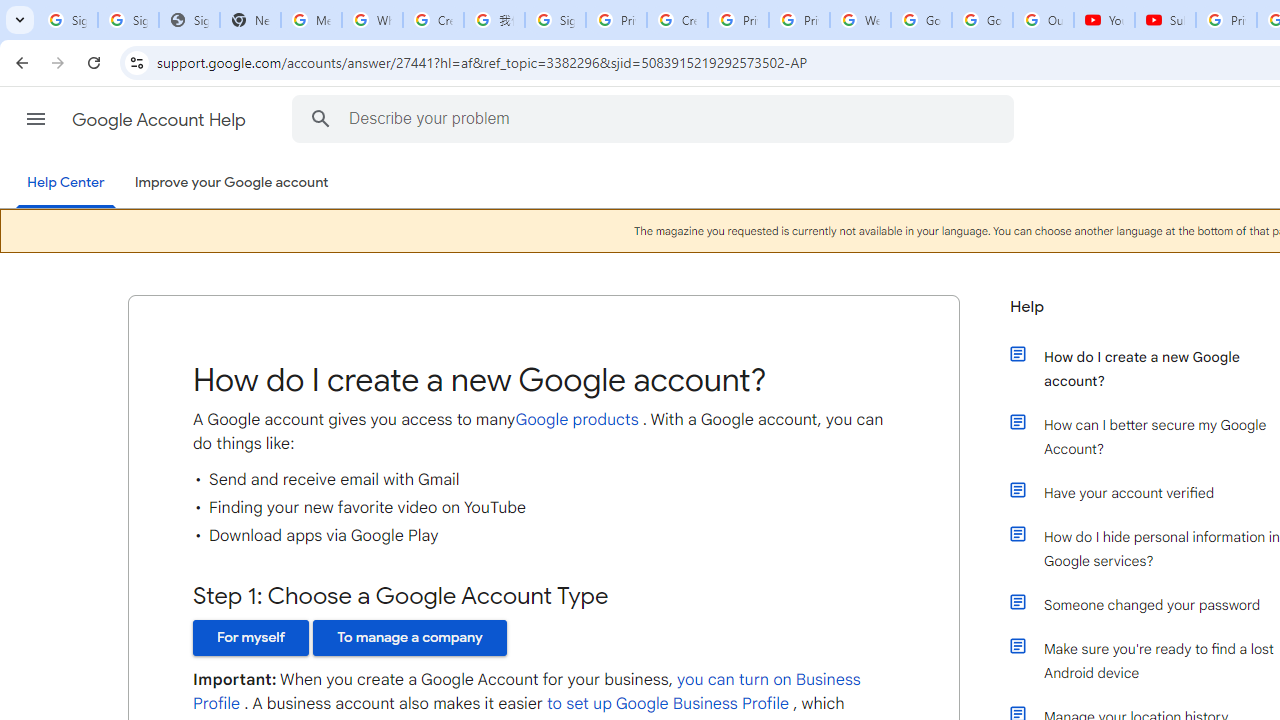 This screenshot has width=1280, height=720. Describe the element at coordinates (20, 20) in the screenshot. I see `'Search tabs'` at that location.